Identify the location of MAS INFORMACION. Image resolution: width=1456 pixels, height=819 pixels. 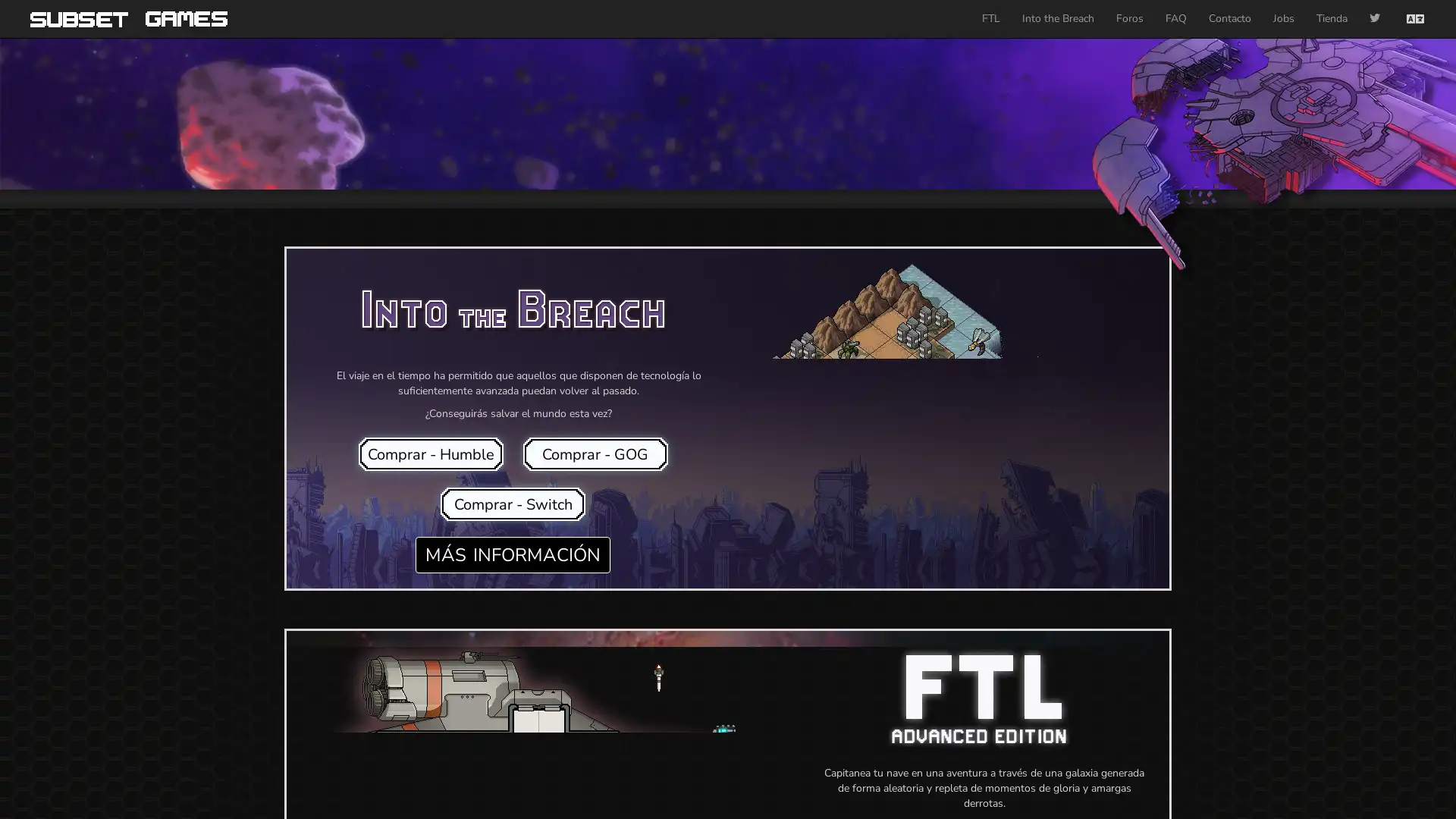
(513, 555).